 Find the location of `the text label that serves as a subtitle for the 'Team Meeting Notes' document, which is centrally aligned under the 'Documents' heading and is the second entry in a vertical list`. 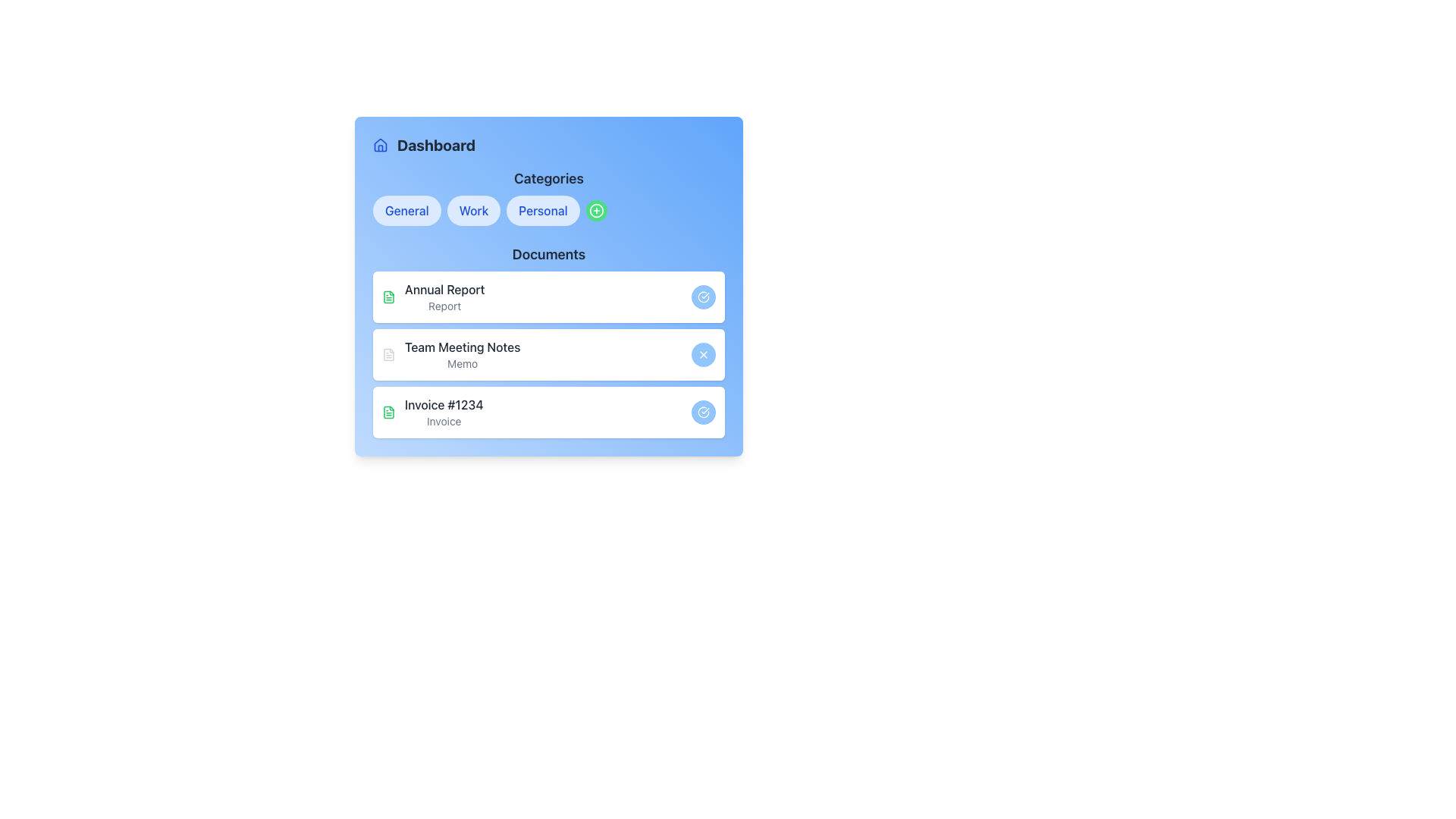

the text label that serves as a subtitle for the 'Team Meeting Notes' document, which is centrally aligned under the 'Documents' heading and is the second entry in a vertical list is located at coordinates (462, 363).